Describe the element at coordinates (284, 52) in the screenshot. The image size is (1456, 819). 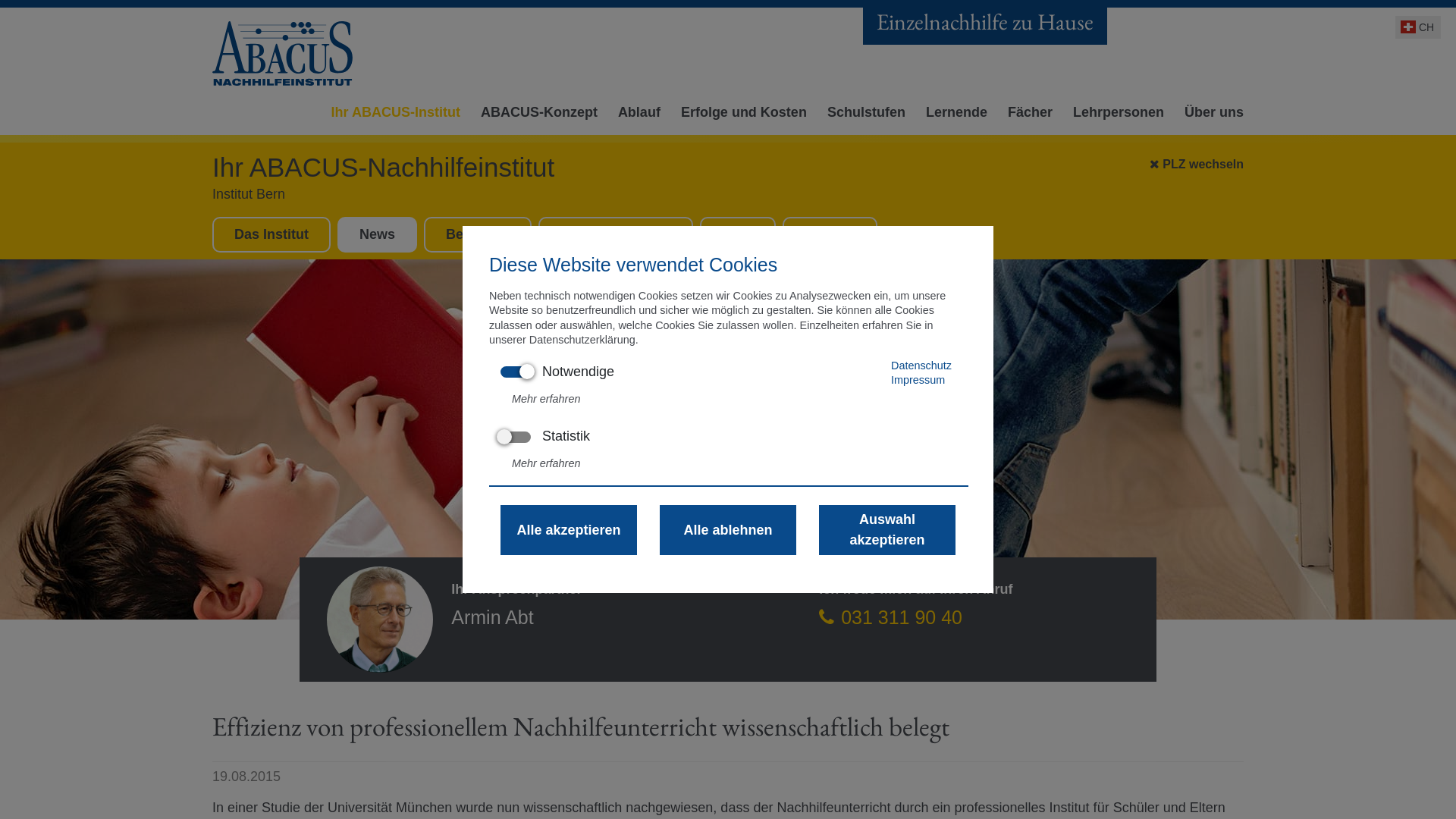
I see `'  ABACUS-Nachhilfeinstitut'` at that location.